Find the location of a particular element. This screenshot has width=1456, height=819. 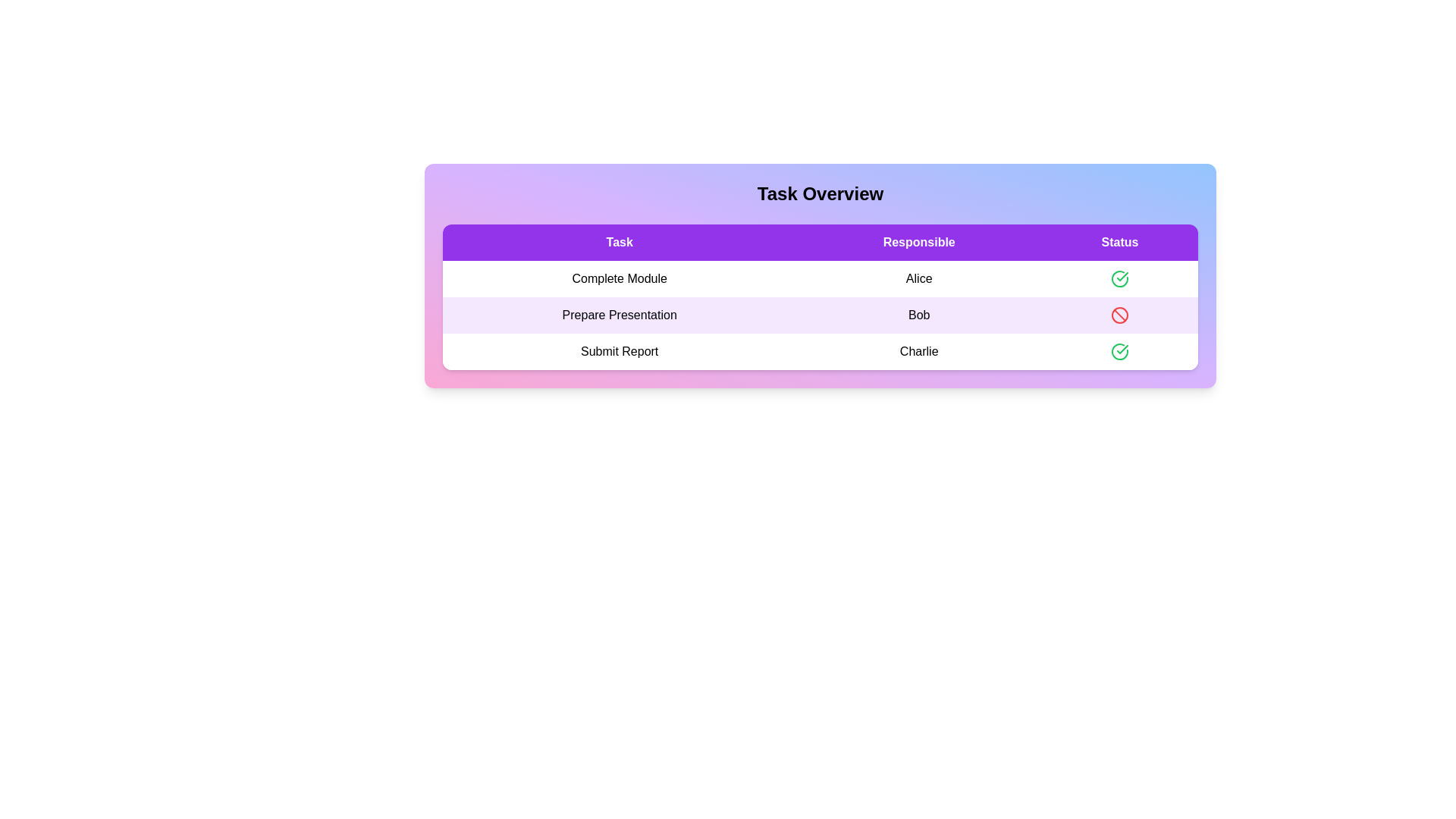

the task name in the second row of the task overview table, which is located below 'Complete Module - Alice' and above 'Submit Report - Charlie' is located at coordinates (819, 315).